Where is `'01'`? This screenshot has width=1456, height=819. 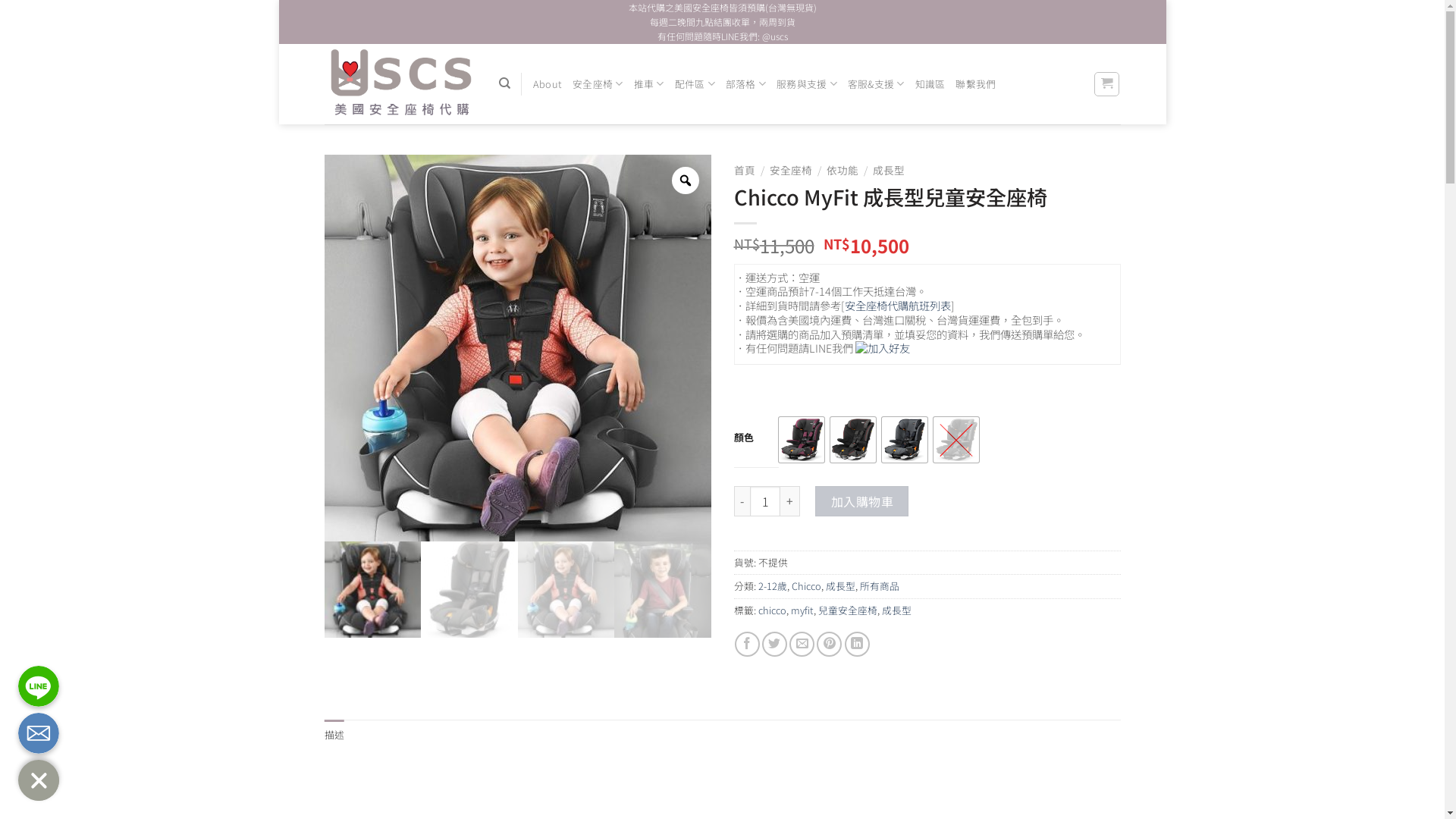 '01' is located at coordinates (323, 348).